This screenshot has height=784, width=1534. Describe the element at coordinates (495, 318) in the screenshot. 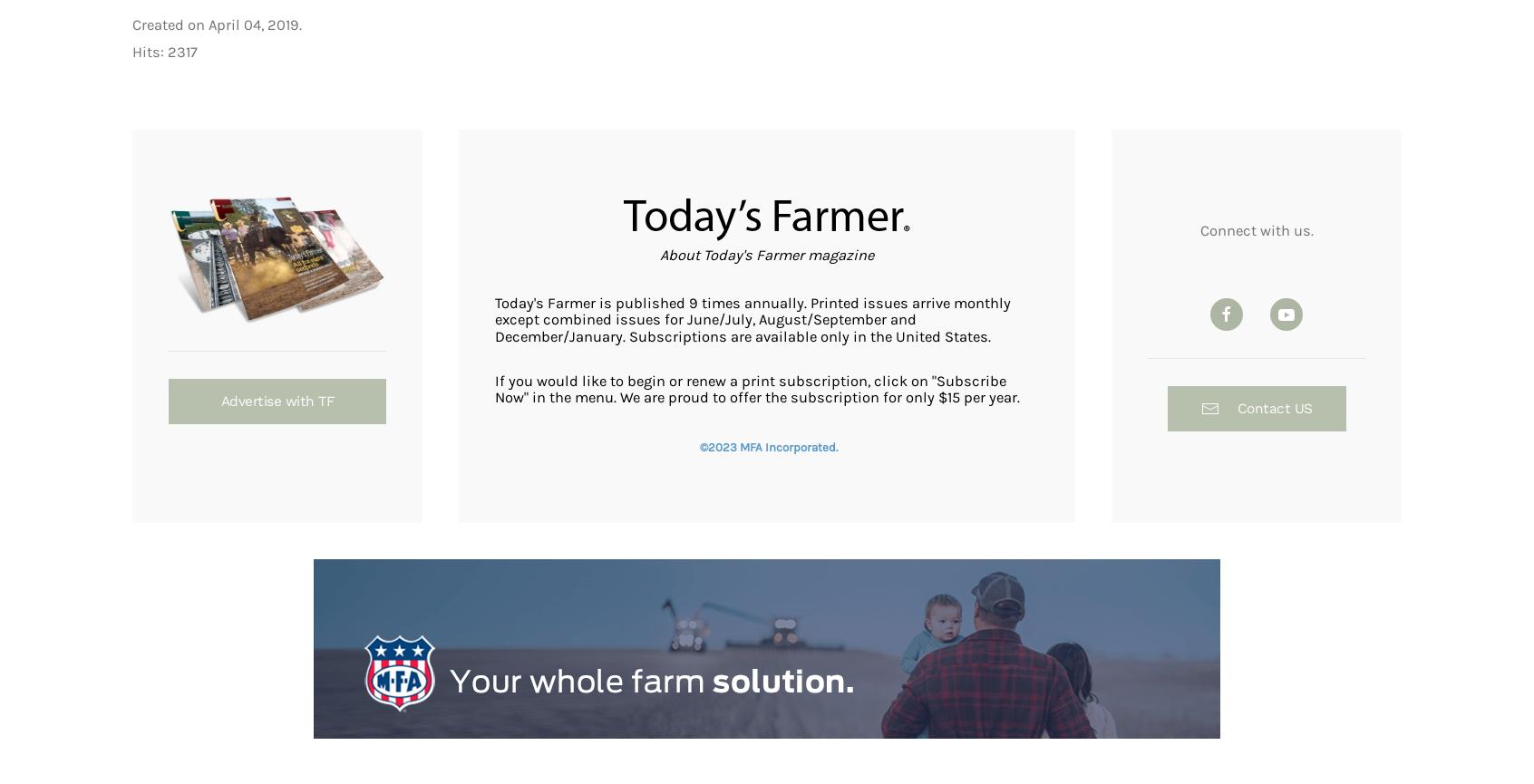

I see `'Today's Farmer is published 9 times annually. Printed issues arrive monthly except combined issues for June/July, August/September and December/January. Subscriptions are available only in the United States.'` at that location.